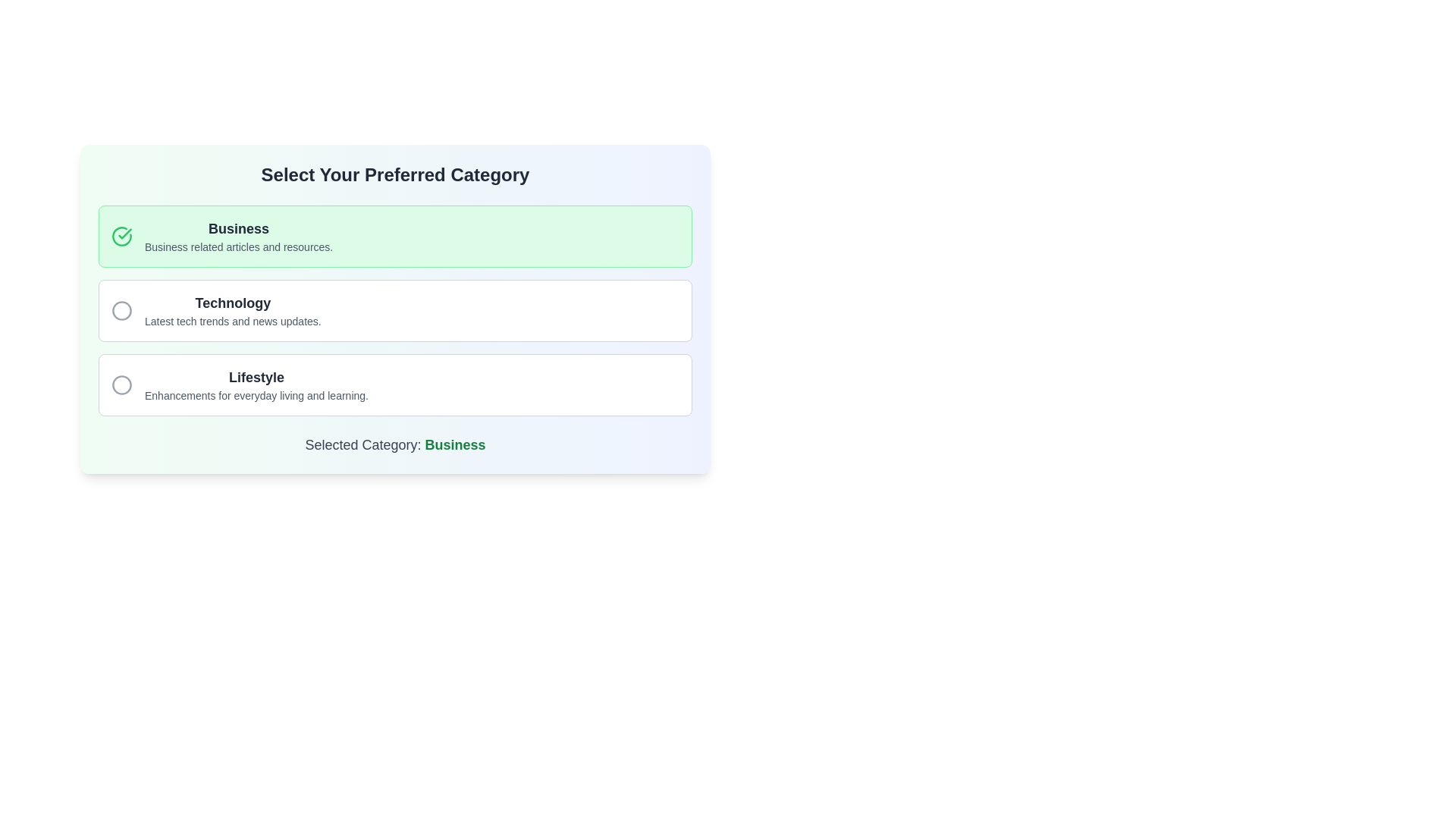 This screenshot has width=1456, height=819. I want to click on displayed category from the static text element that confirms the user's selected category, positioned below the category options, so click(395, 444).